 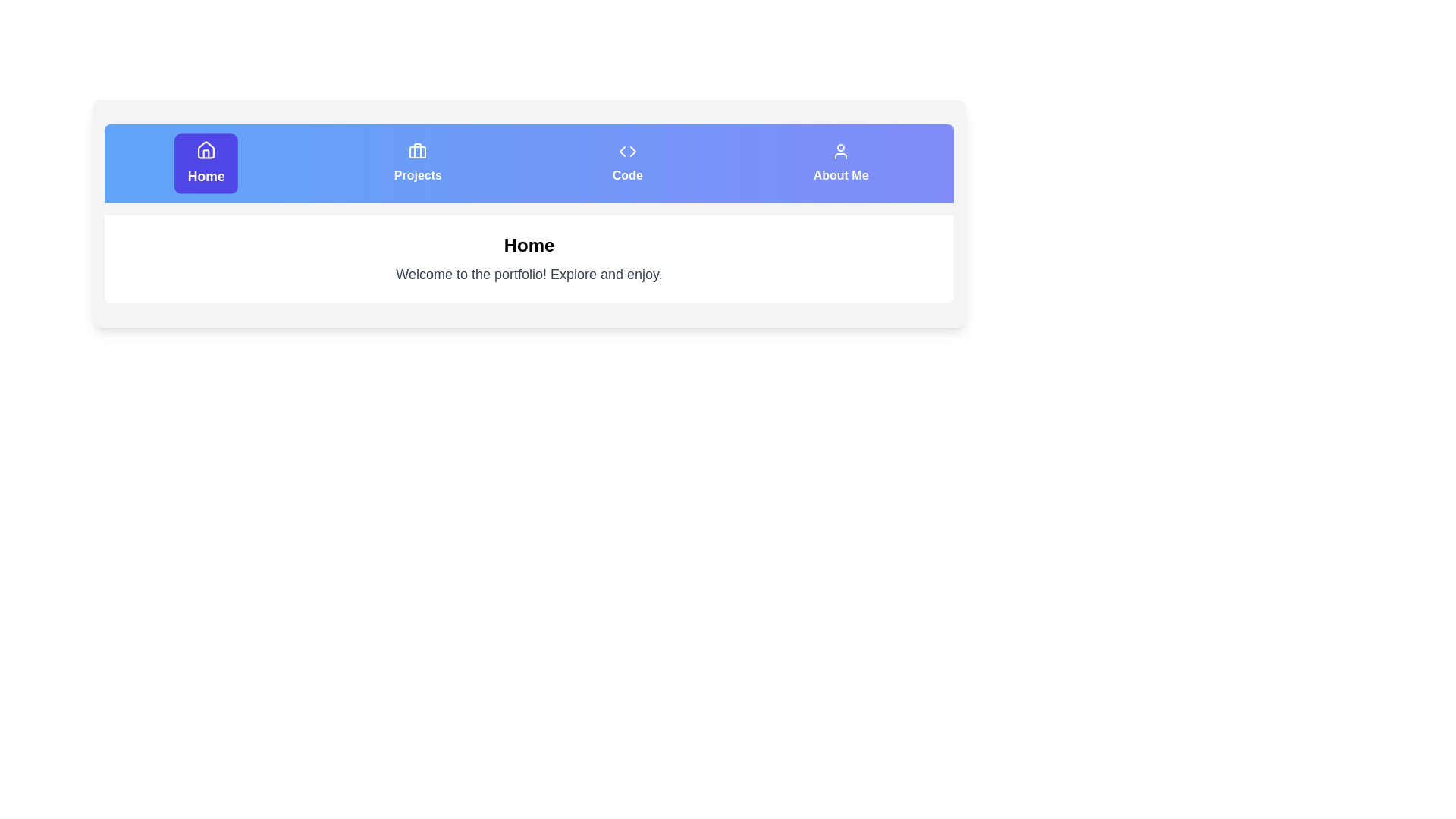 What do you see at coordinates (206, 164) in the screenshot?
I see `the Home tab to navigate to its content` at bounding box center [206, 164].